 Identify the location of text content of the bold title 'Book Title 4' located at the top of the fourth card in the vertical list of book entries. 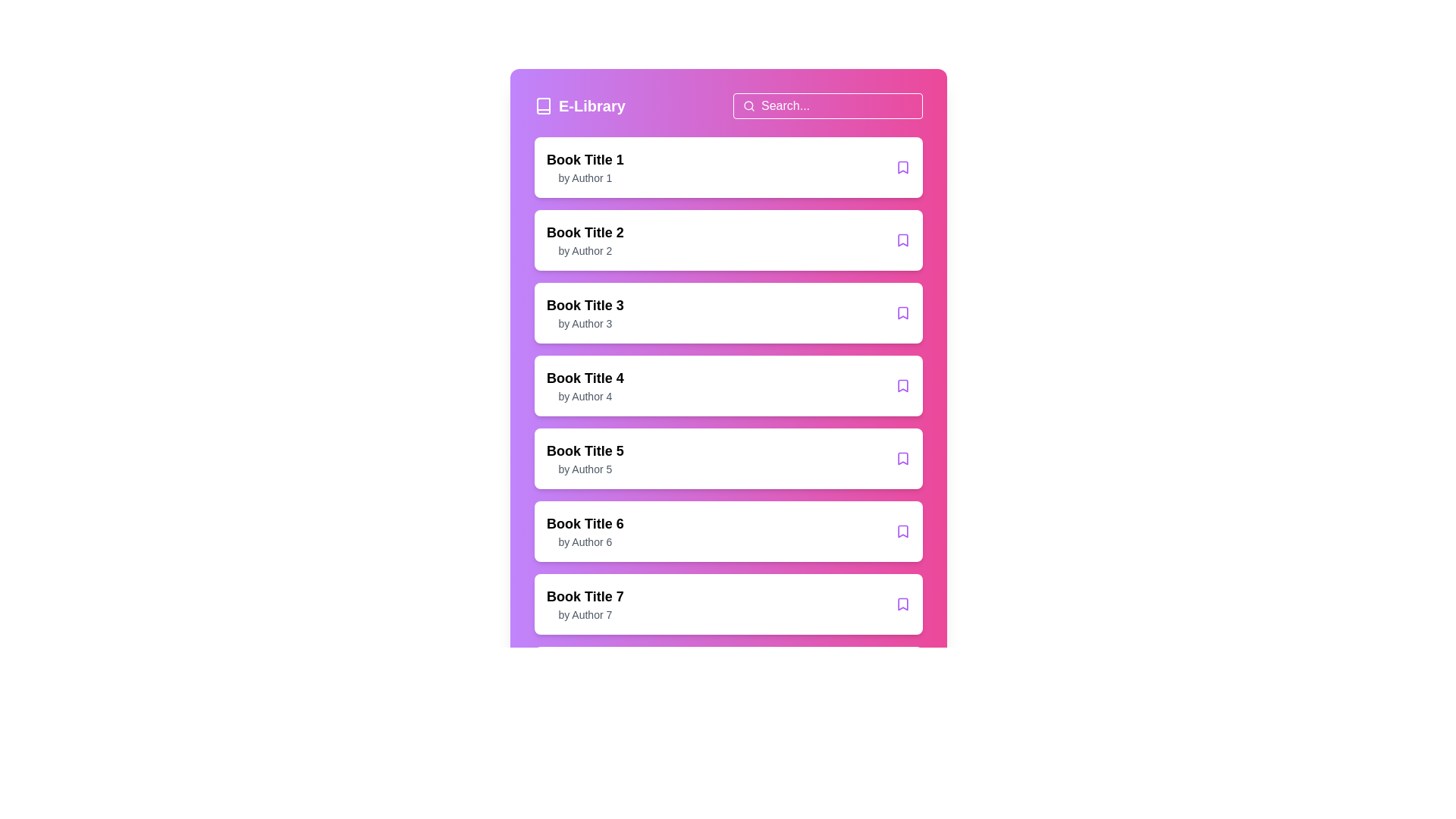
(584, 377).